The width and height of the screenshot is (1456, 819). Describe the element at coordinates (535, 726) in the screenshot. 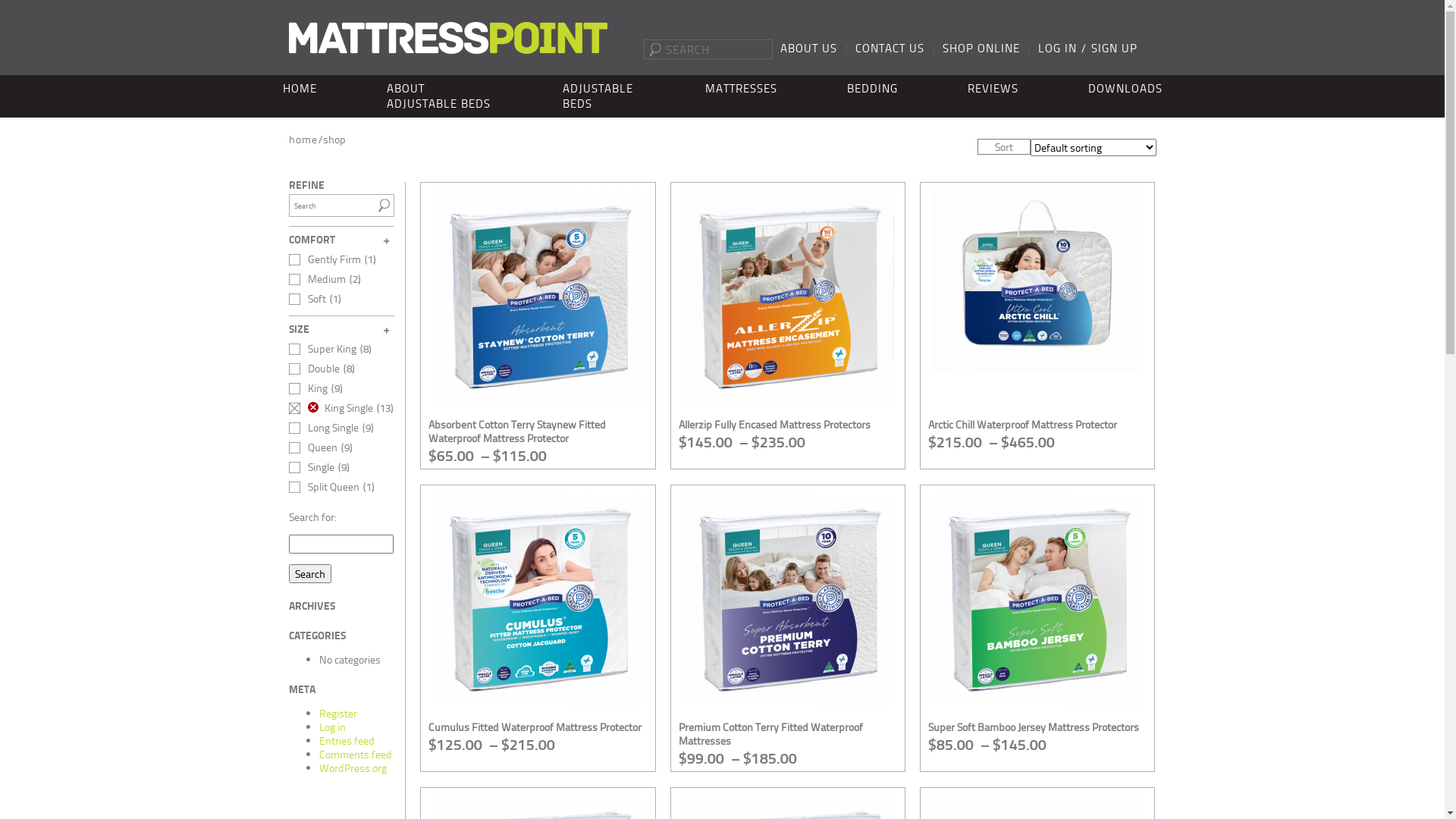

I see `'Cumulus Fitted Waterproof Mattress Protector'` at that location.